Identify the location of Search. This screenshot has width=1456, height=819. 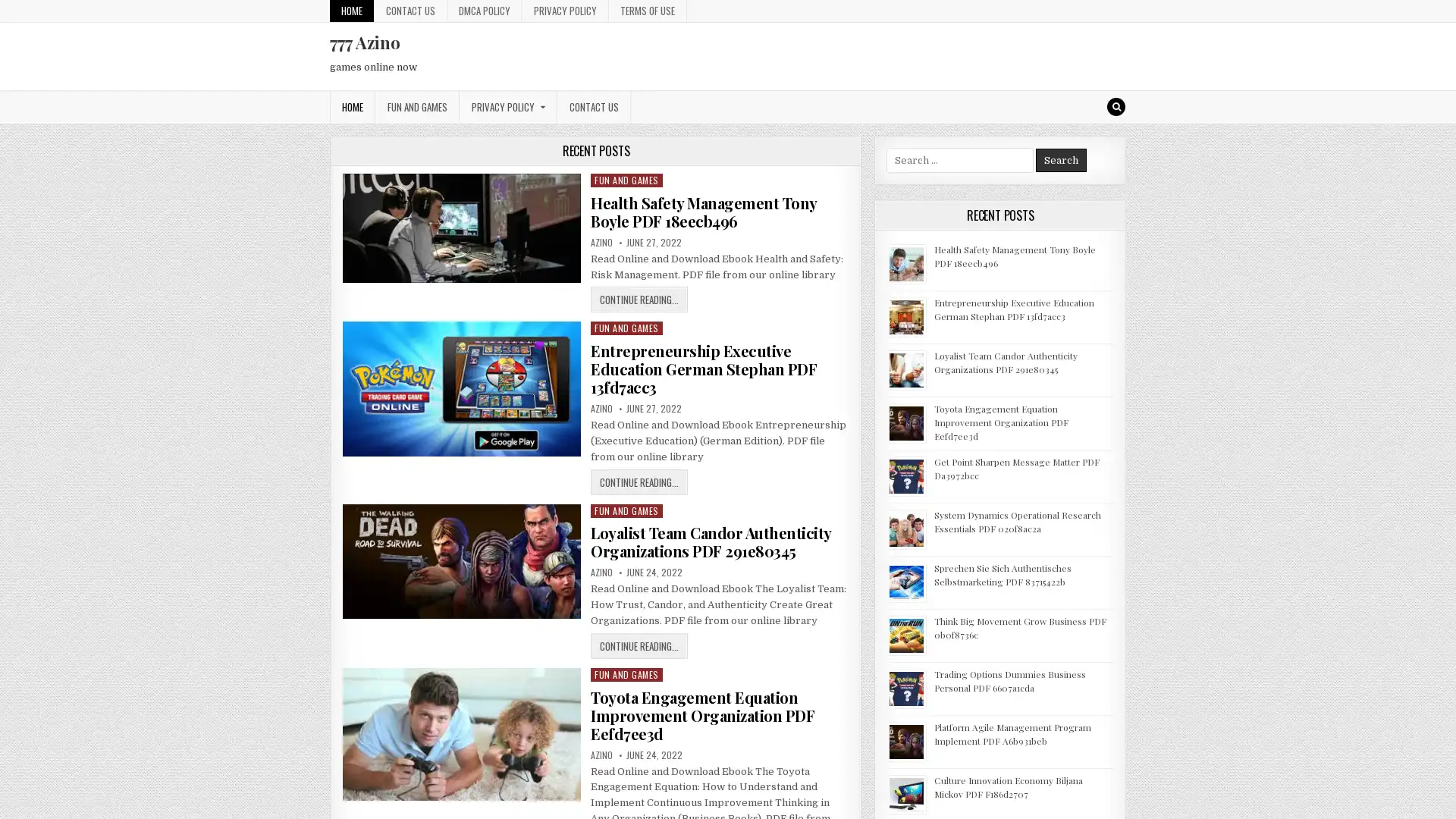
(1060, 160).